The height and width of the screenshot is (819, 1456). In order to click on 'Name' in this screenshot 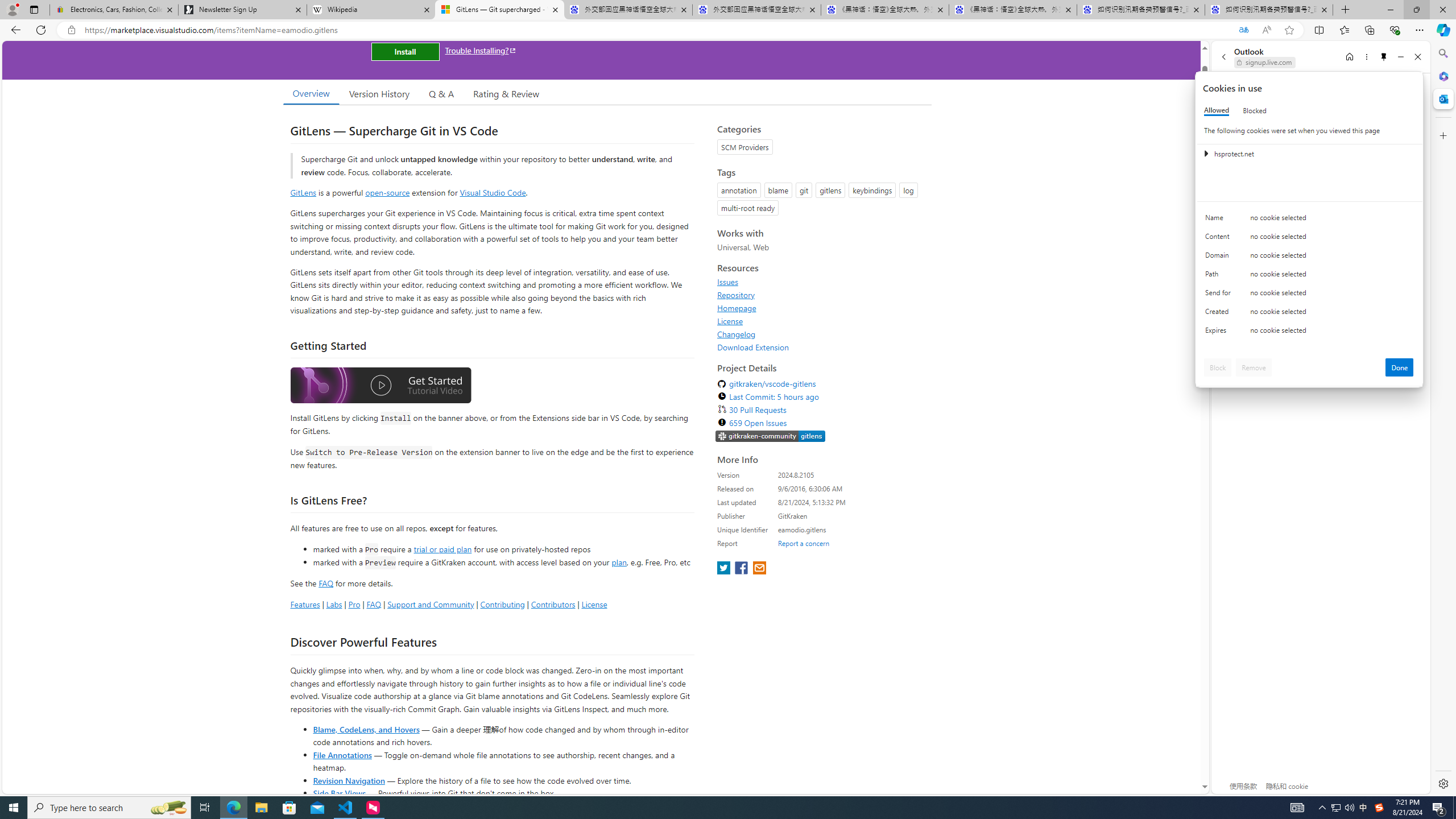, I will do `click(1219, 220)`.